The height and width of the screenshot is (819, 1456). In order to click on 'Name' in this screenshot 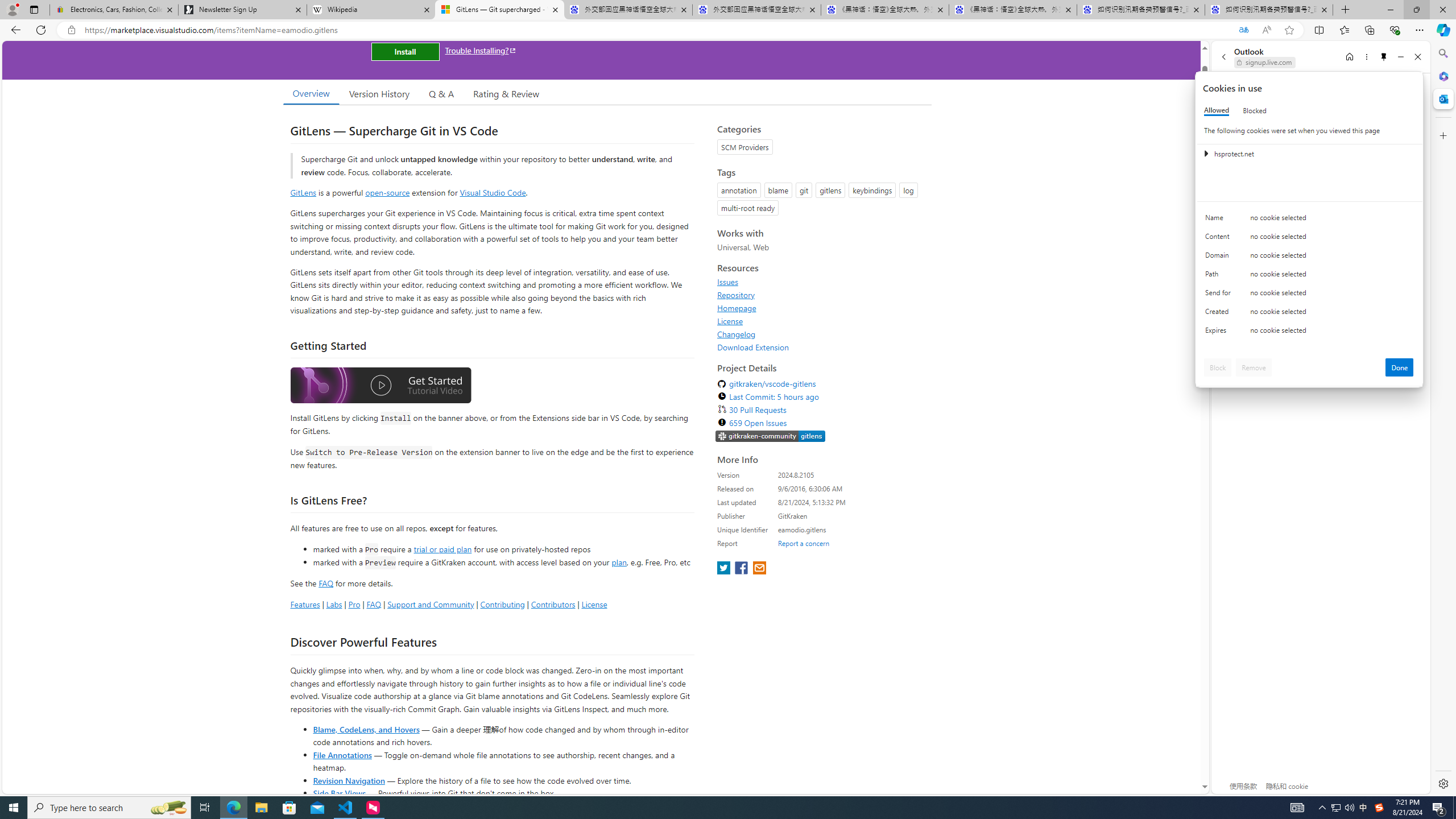, I will do `click(1219, 220)`.